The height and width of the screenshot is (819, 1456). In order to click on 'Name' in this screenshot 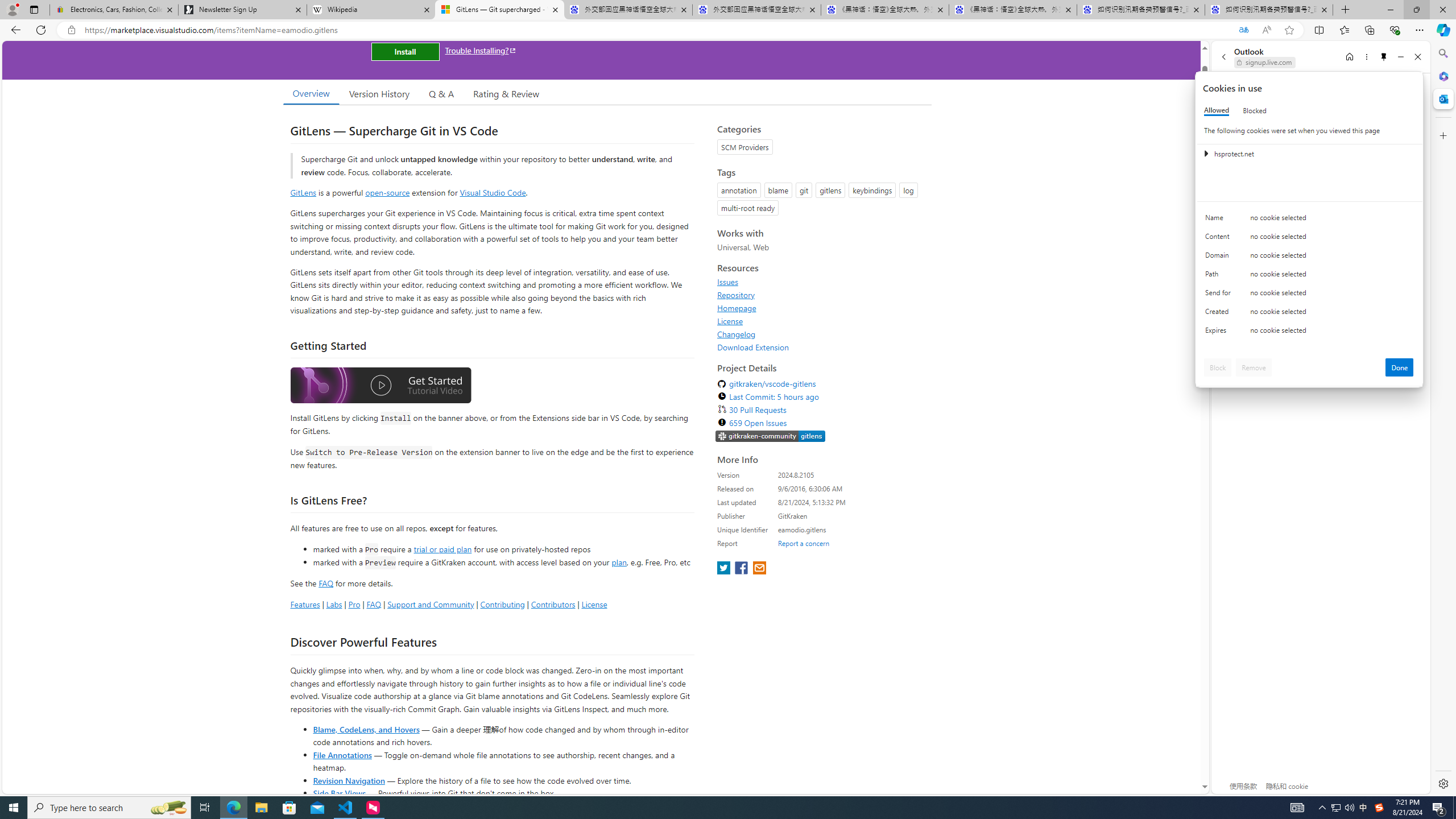, I will do `click(1219, 220)`.